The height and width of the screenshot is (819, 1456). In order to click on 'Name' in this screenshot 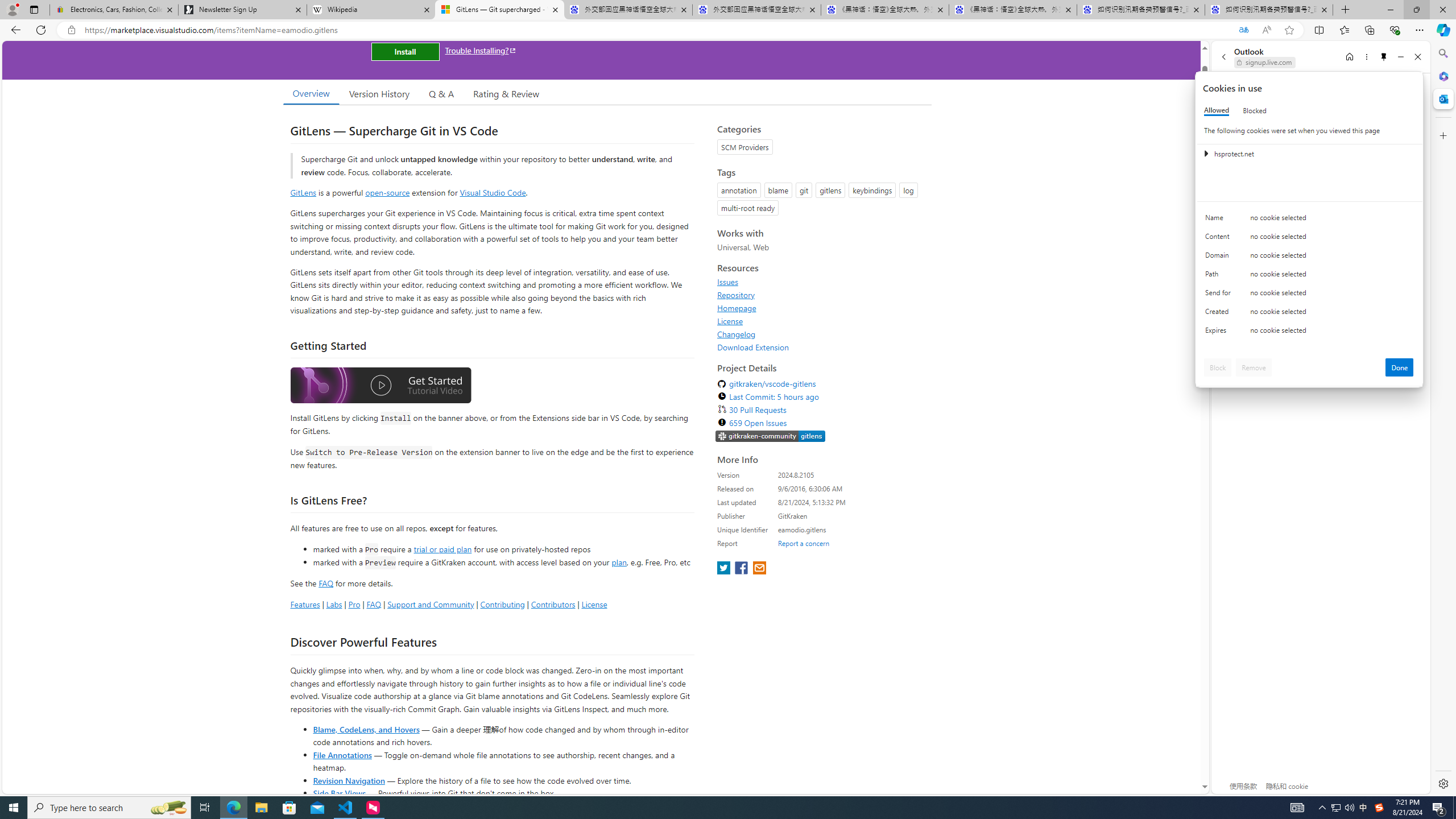, I will do `click(1219, 220)`.